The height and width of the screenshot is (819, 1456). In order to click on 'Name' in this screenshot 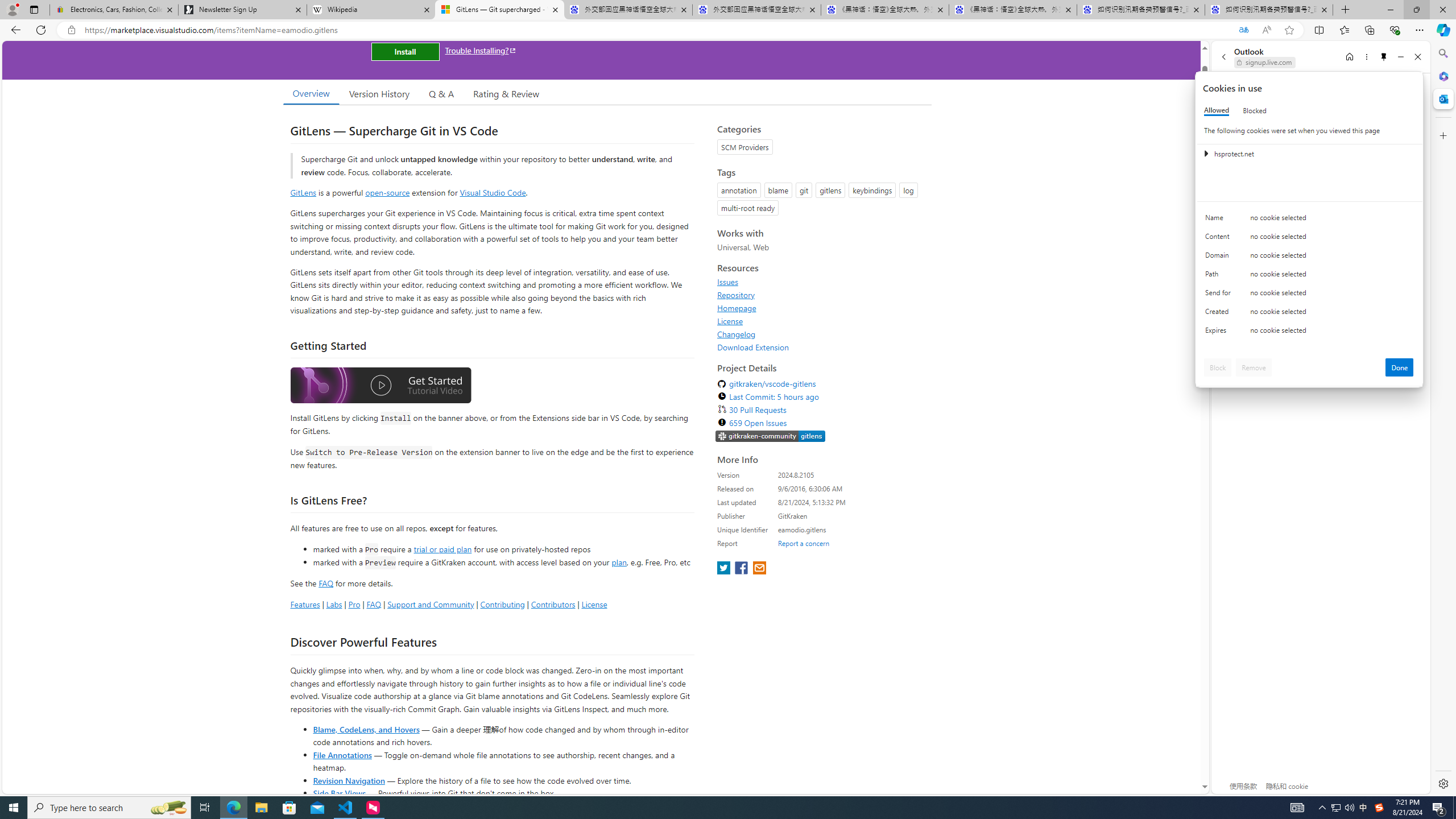, I will do `click(1219, 220)`.